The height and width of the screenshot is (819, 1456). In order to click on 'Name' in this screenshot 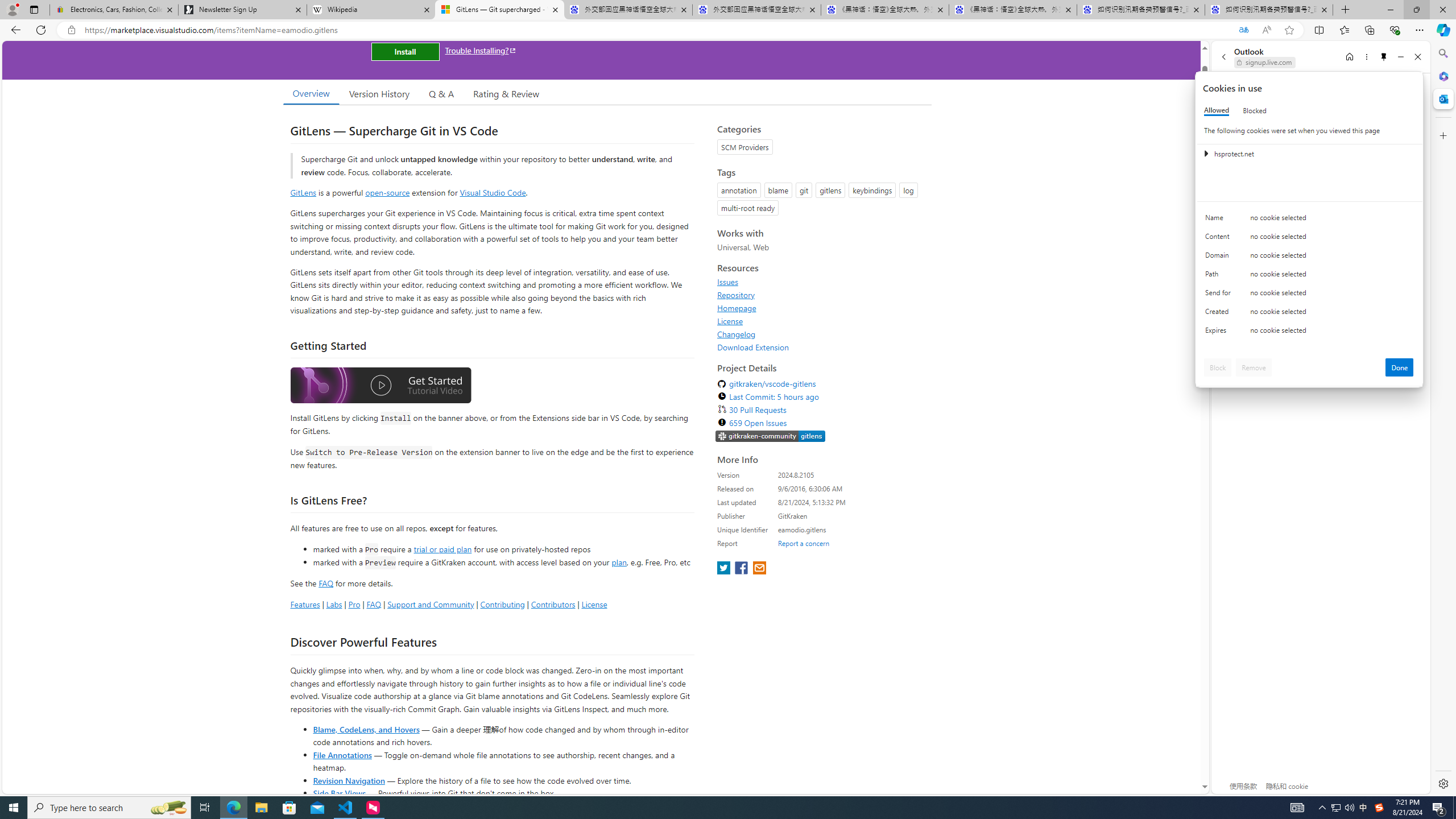, I will do `click(1219, 220)`.